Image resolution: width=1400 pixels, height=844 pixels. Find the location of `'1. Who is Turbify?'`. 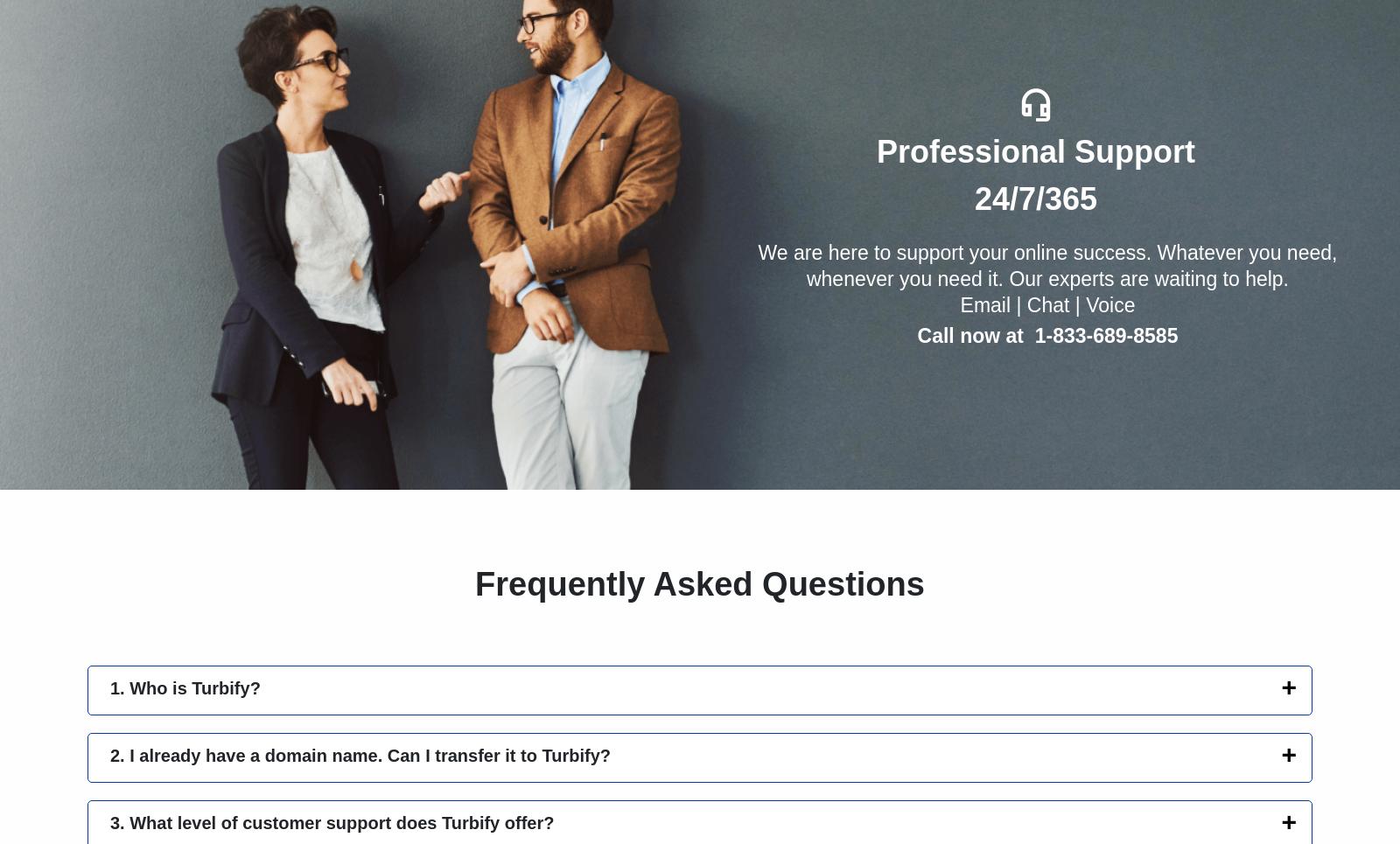

'1. Who is Turbify?' is located at coordinates (185, 687).